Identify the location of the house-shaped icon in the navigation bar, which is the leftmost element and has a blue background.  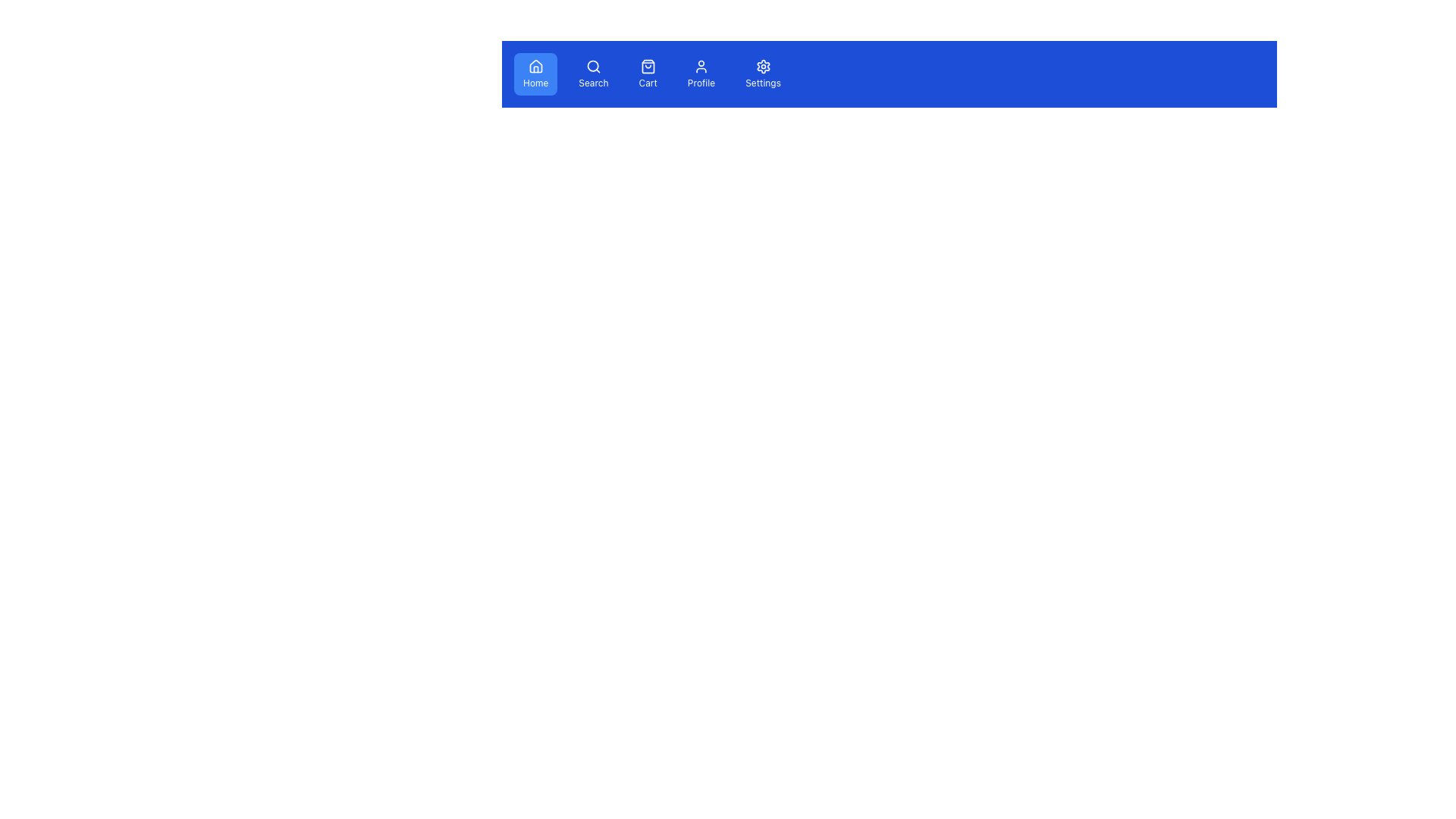
(535, 65).